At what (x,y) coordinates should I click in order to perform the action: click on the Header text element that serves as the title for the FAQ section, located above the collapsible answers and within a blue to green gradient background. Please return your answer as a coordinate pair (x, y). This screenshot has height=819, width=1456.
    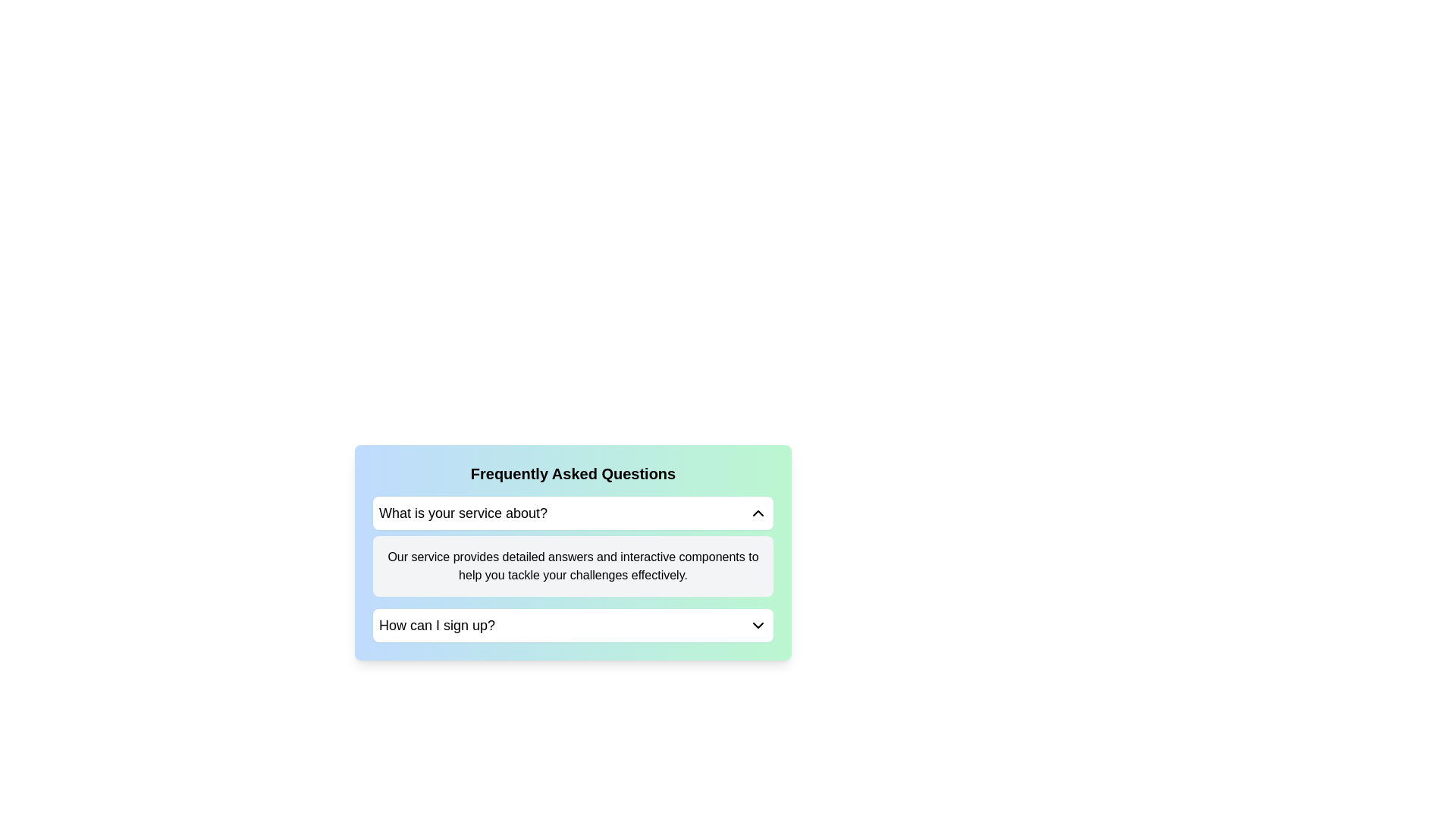
    Looking at the image, I should click on (572, 472).